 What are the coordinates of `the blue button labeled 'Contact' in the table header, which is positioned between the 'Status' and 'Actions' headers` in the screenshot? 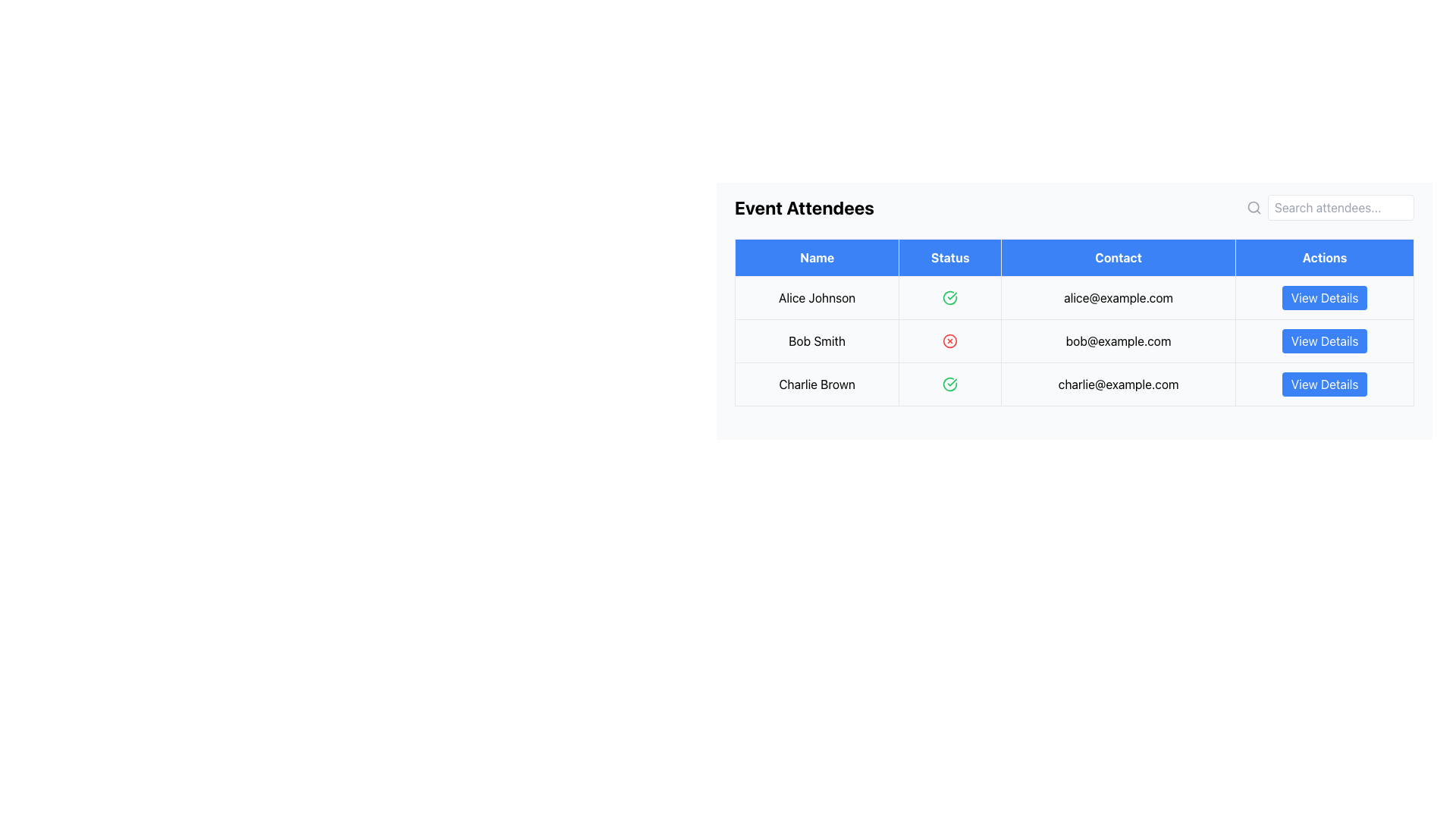 It's located at (1119, 256).